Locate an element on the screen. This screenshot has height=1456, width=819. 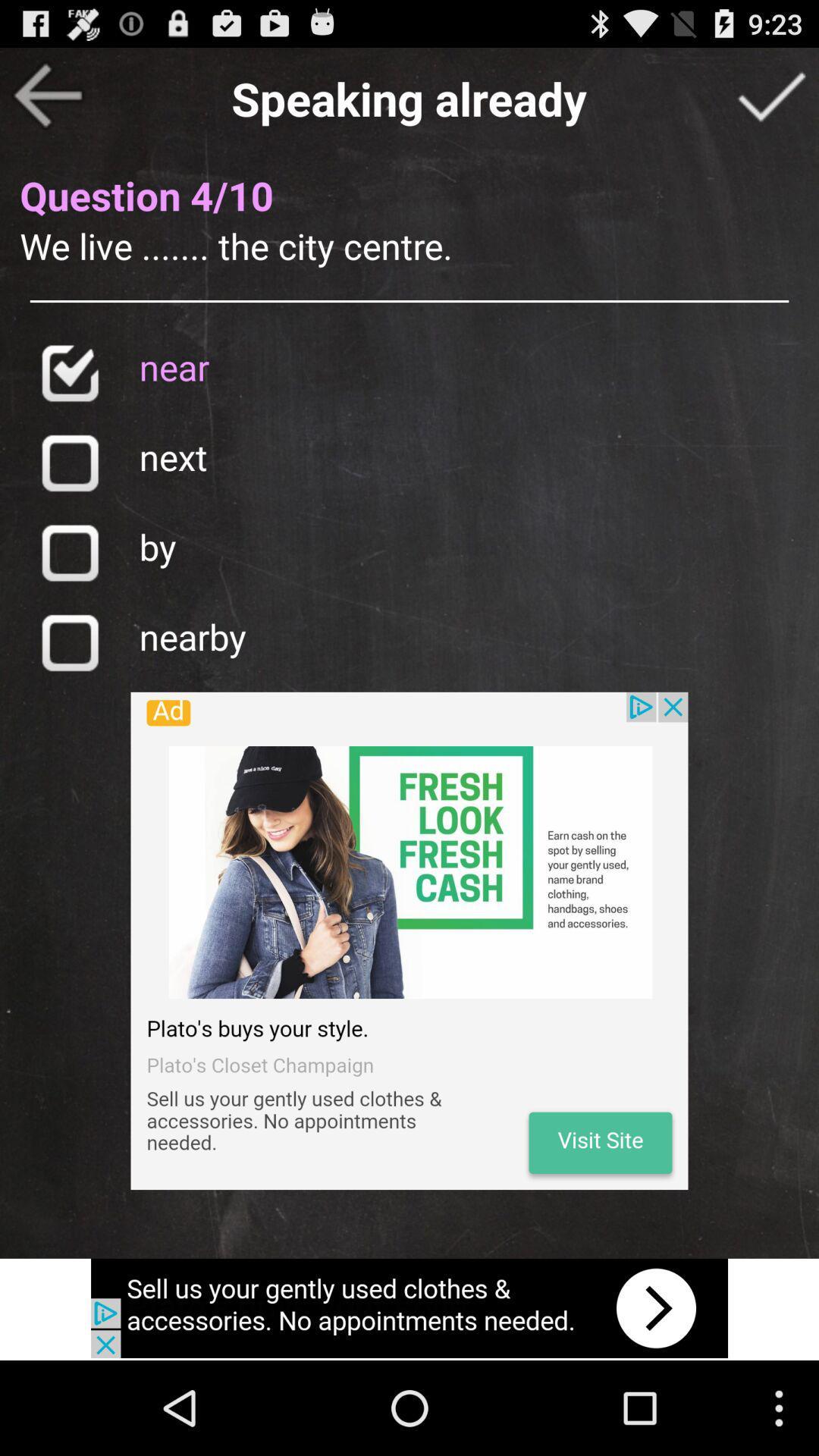
button is located at coordinates (69, 642).